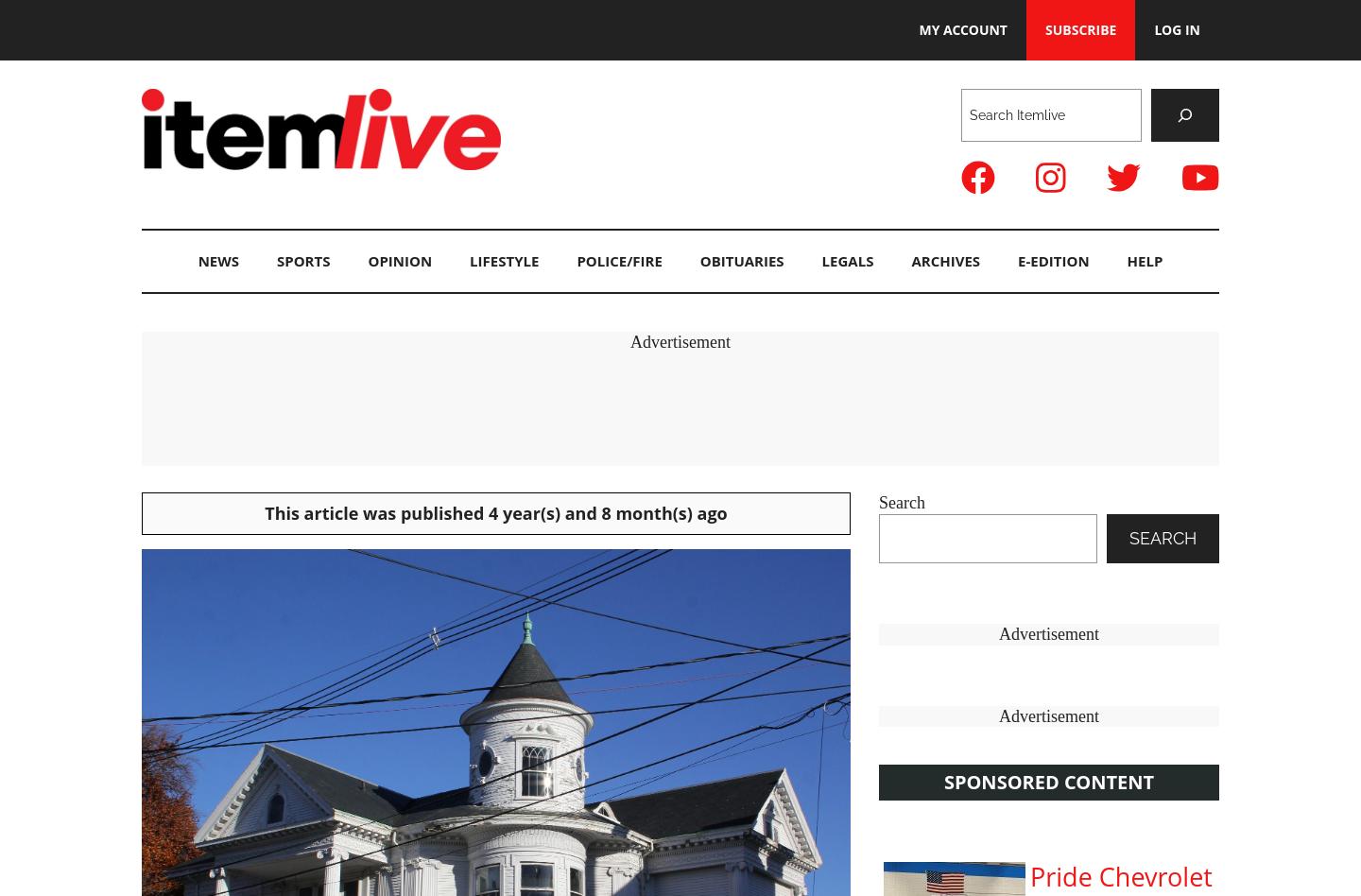 This screenshot has height=896, width=1361. I want to click on 'Advertisement', so click(680, 339).